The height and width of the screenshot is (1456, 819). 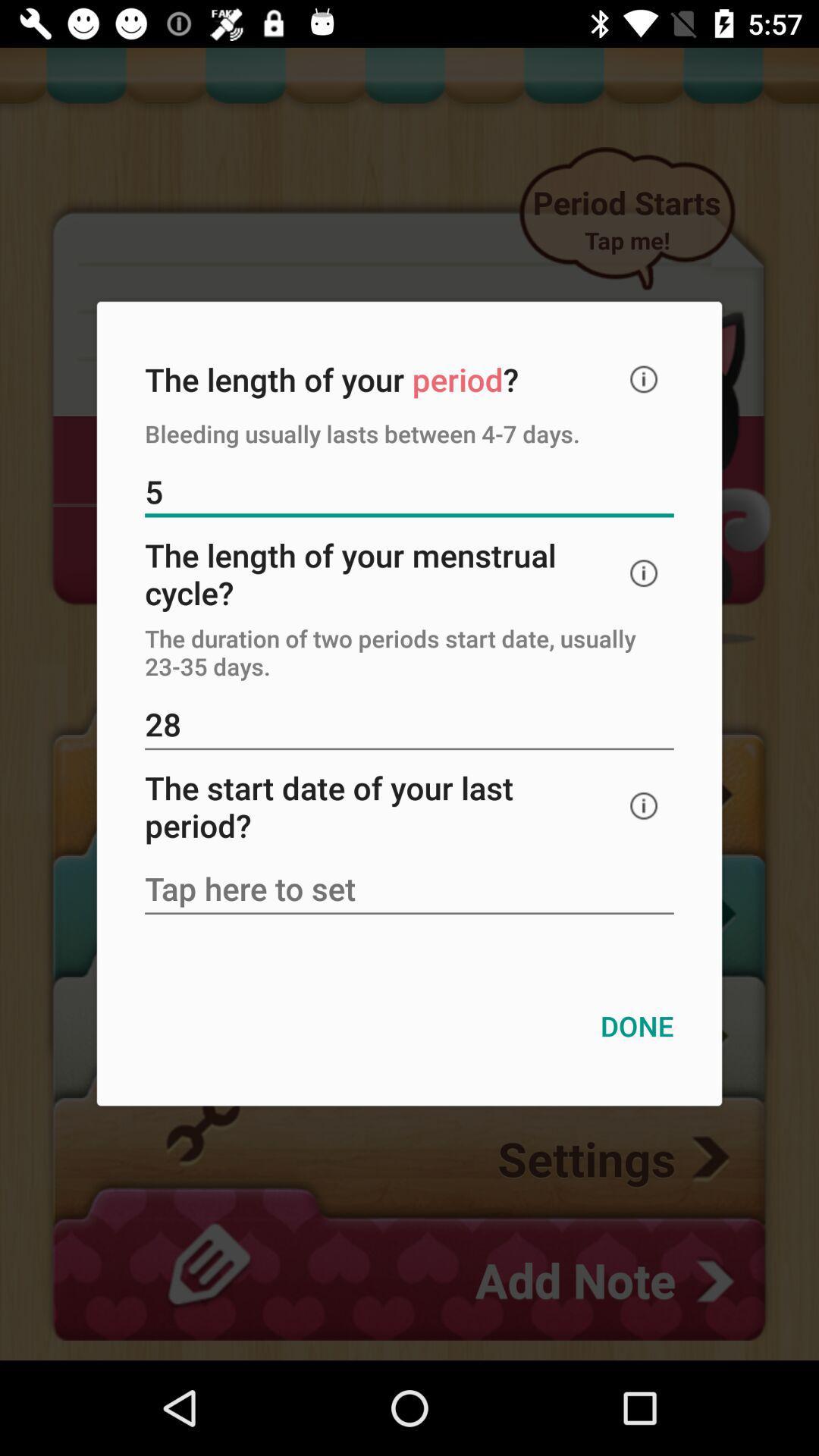 I want to click on the icon below the 5, so click(x=644, y=573).